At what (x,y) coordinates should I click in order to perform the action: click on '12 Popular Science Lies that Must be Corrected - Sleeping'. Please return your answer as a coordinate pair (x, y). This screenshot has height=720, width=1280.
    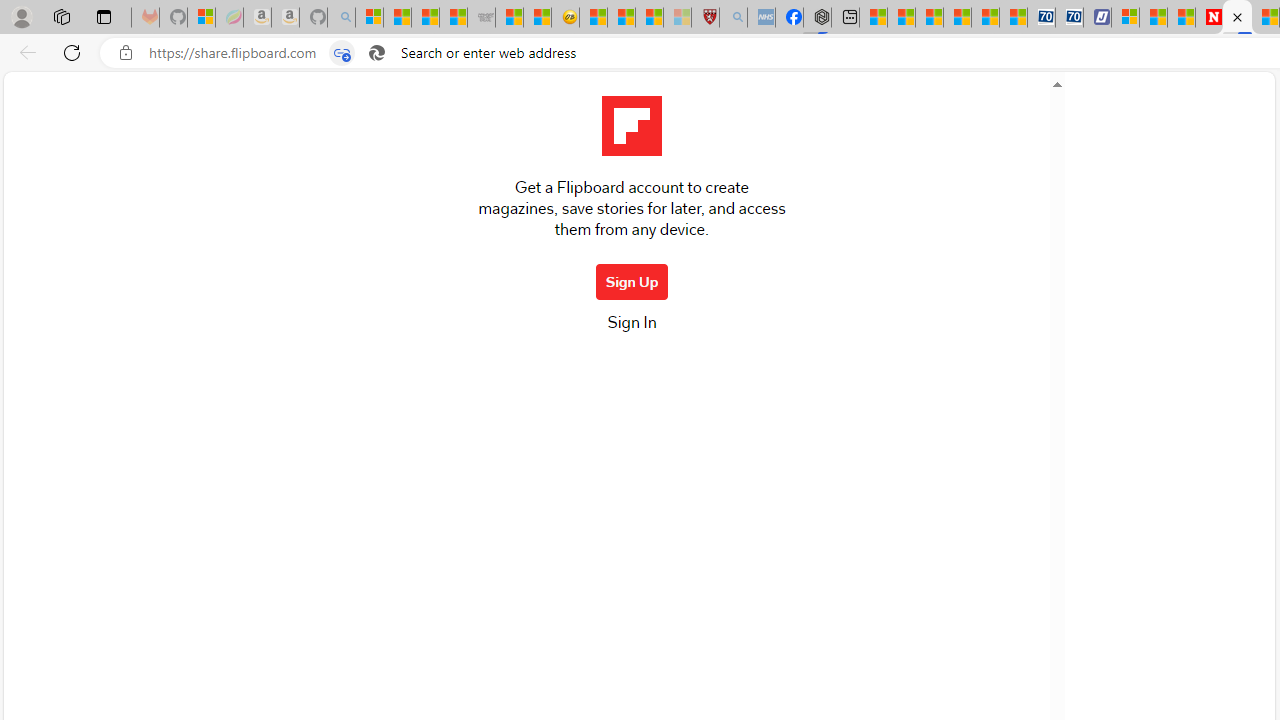
    Looking at the image, I should click on (677, 17).